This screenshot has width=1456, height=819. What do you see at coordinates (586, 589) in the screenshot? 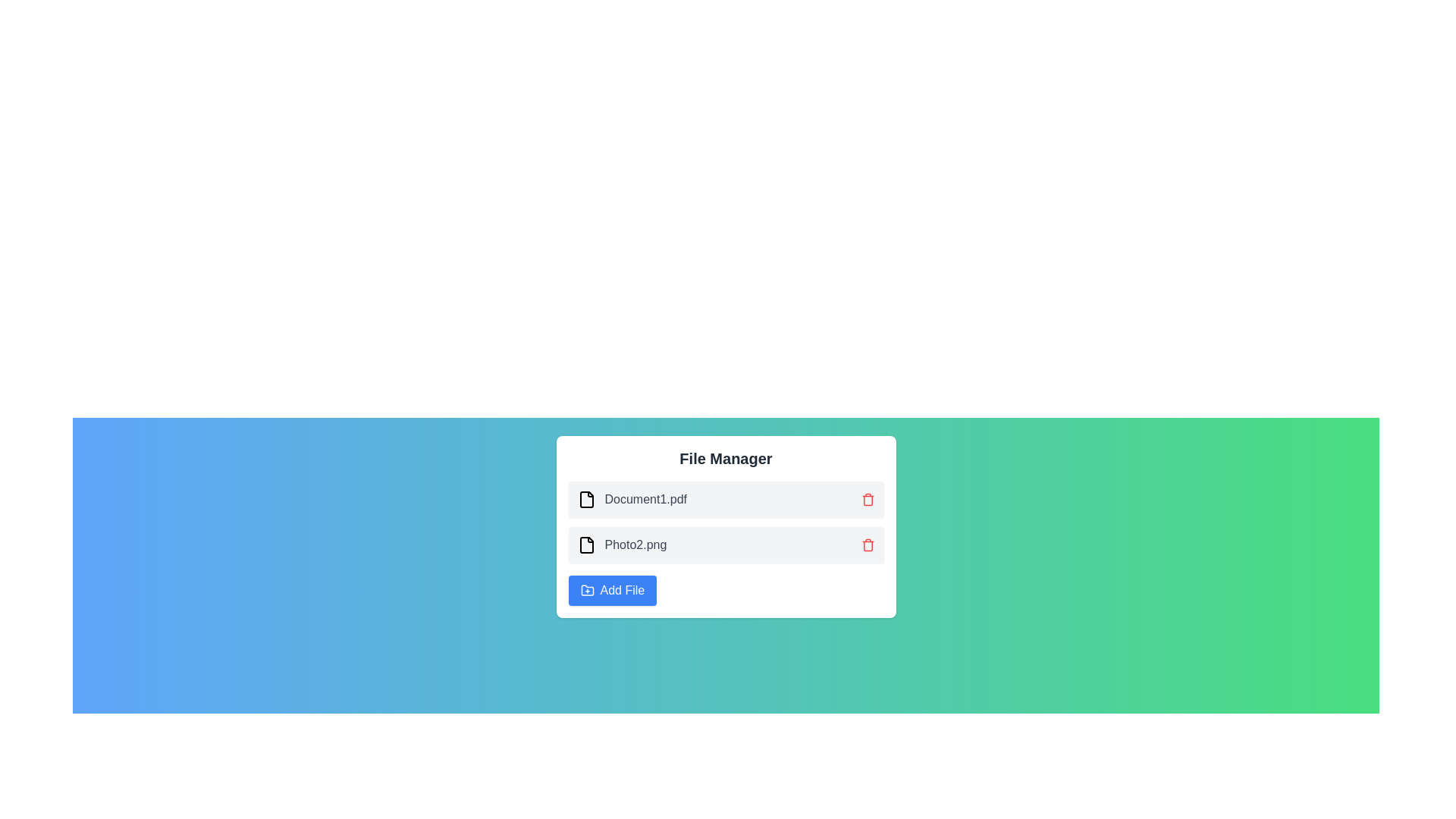
I see `the folder icon with a plus symbol located at the bottom of the 'File Manager' card, which is part of the button labeled 'Add File'` at bounding box center [586, 589].